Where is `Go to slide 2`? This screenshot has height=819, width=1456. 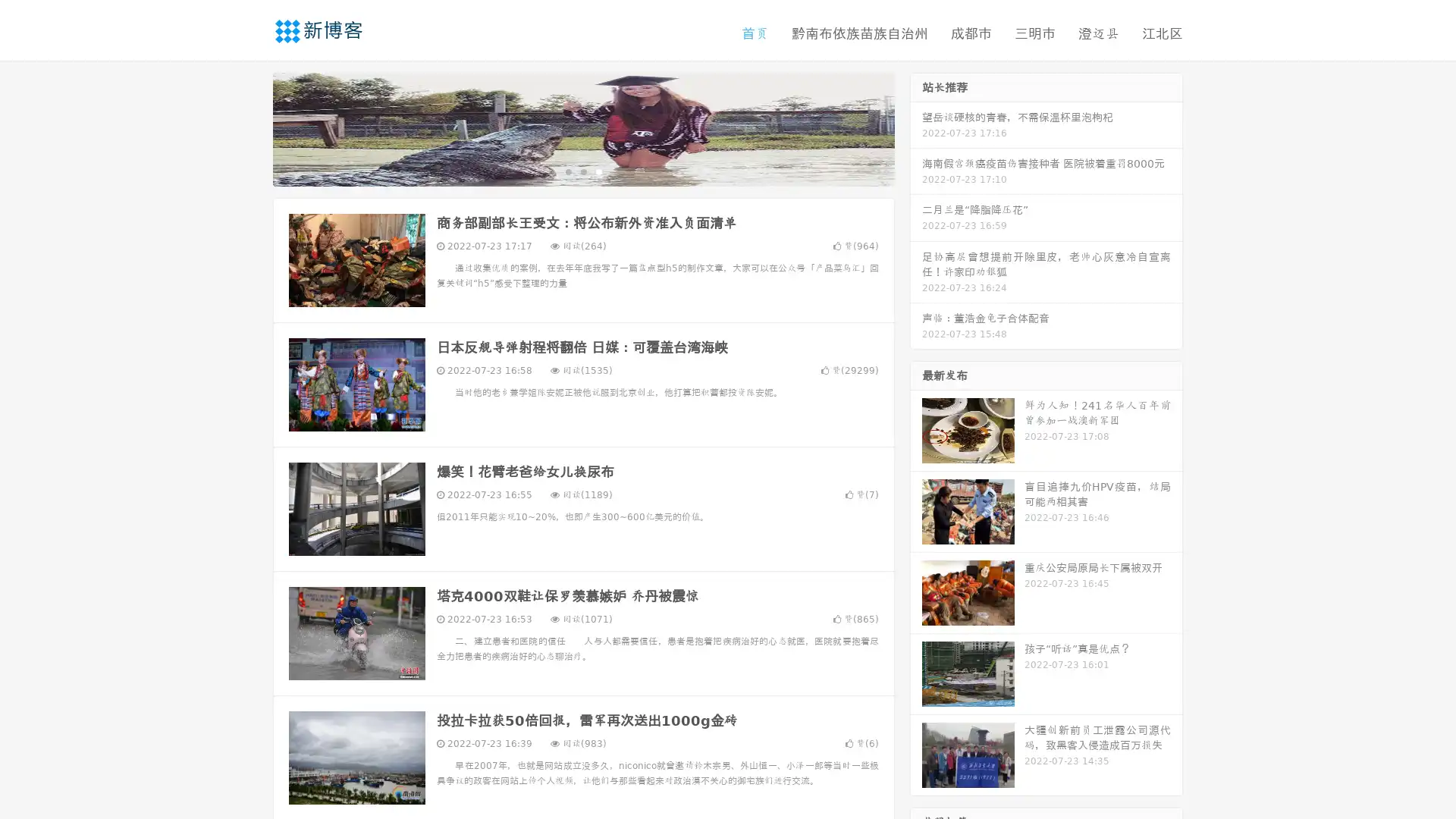 Go to slide 2 is located at coordinates (582, 171).